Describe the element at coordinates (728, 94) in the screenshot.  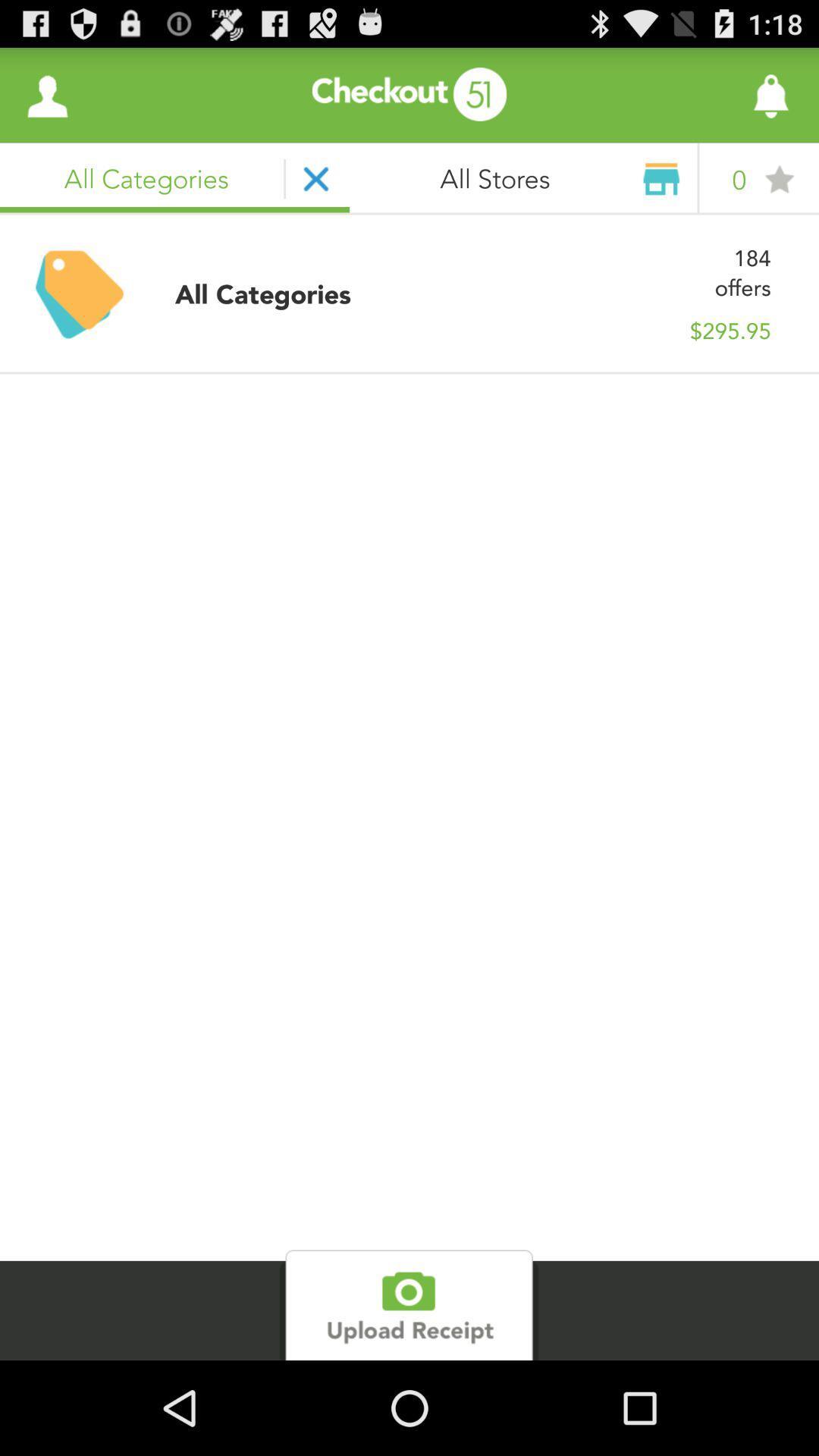
I see `the item next to all stores item` at that location.